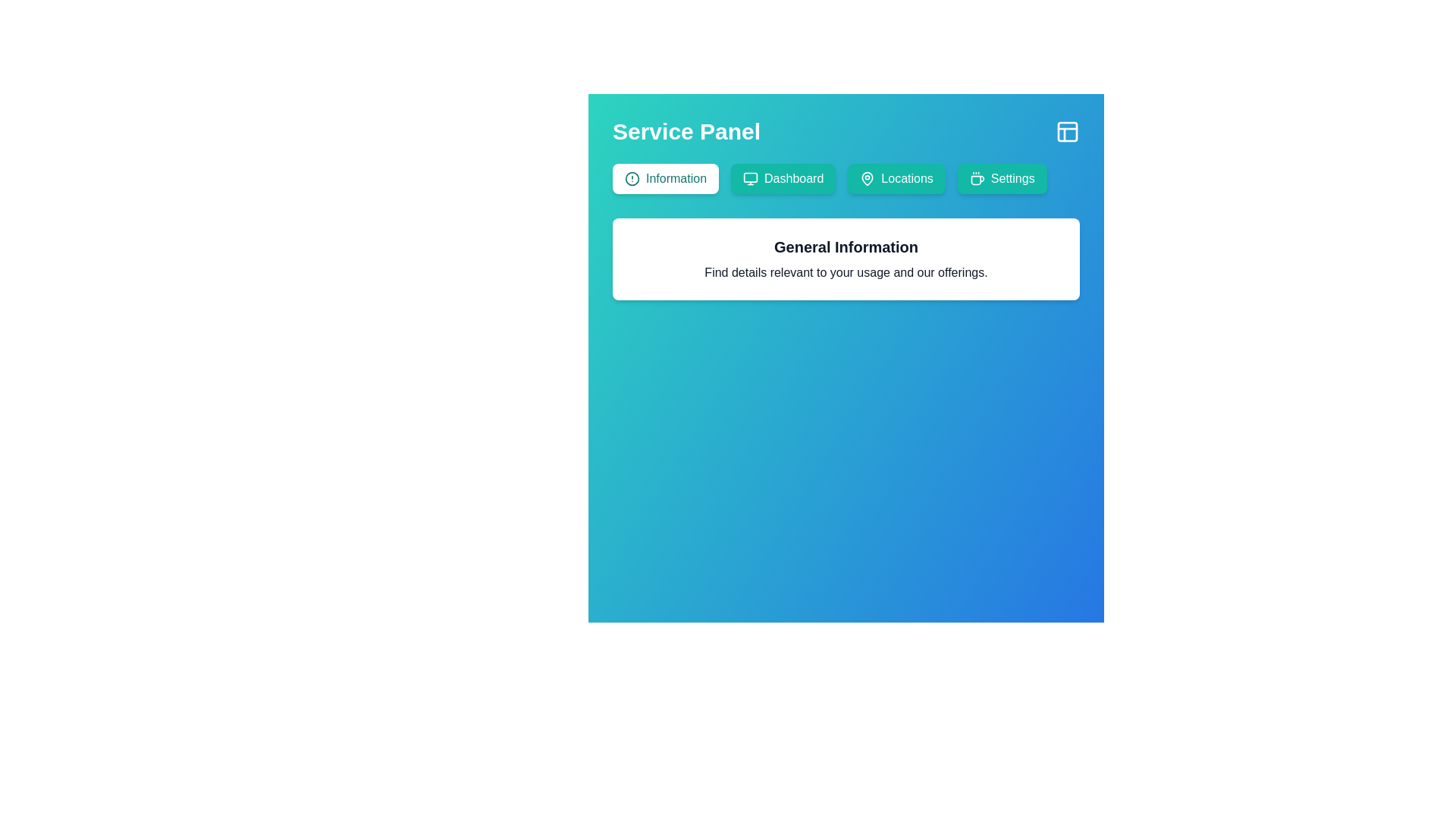  I want to click on the Settings icon located in the top navigation bar, so click(977, 177).